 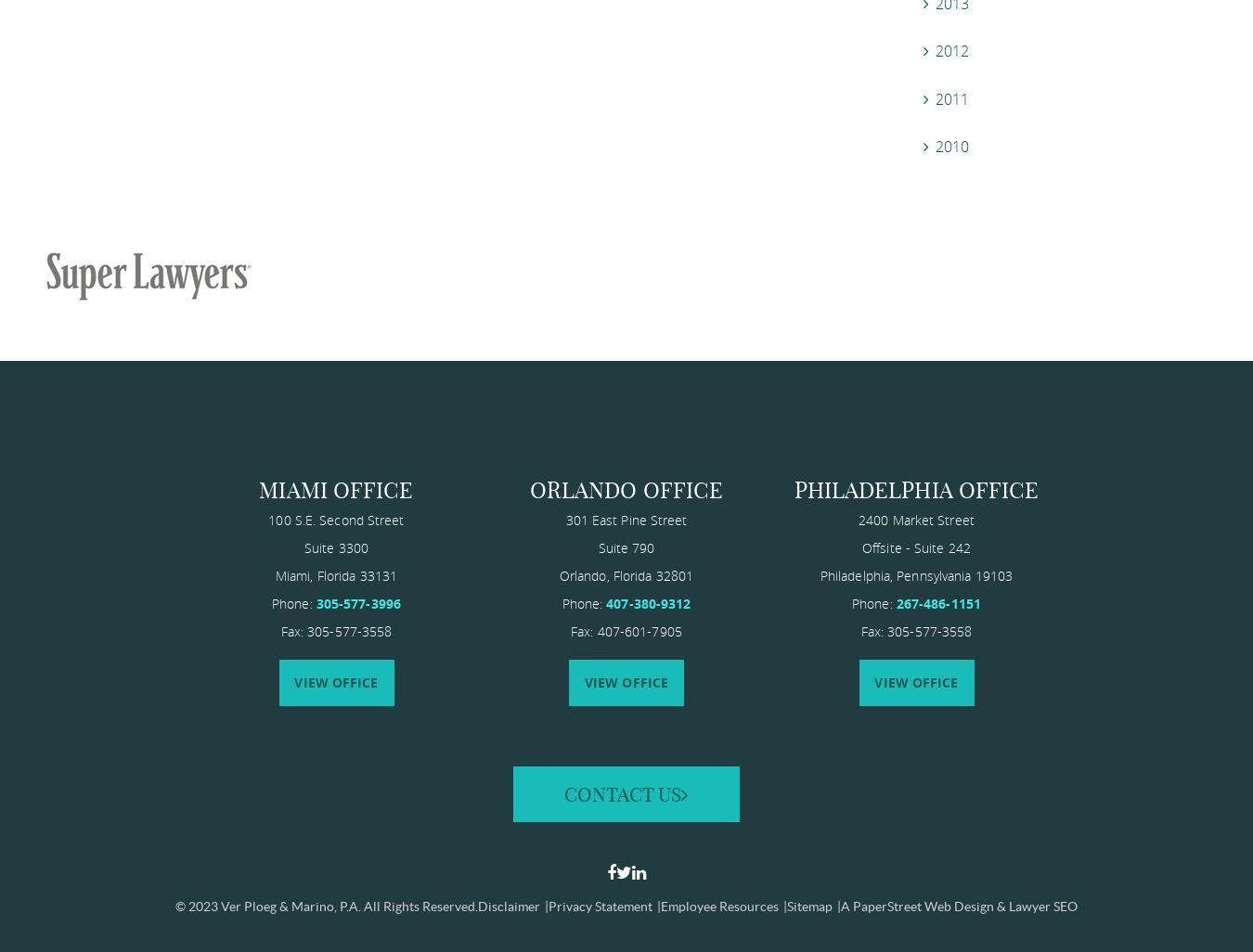 I want to click on 'Miami', so click(x=291, y=574).